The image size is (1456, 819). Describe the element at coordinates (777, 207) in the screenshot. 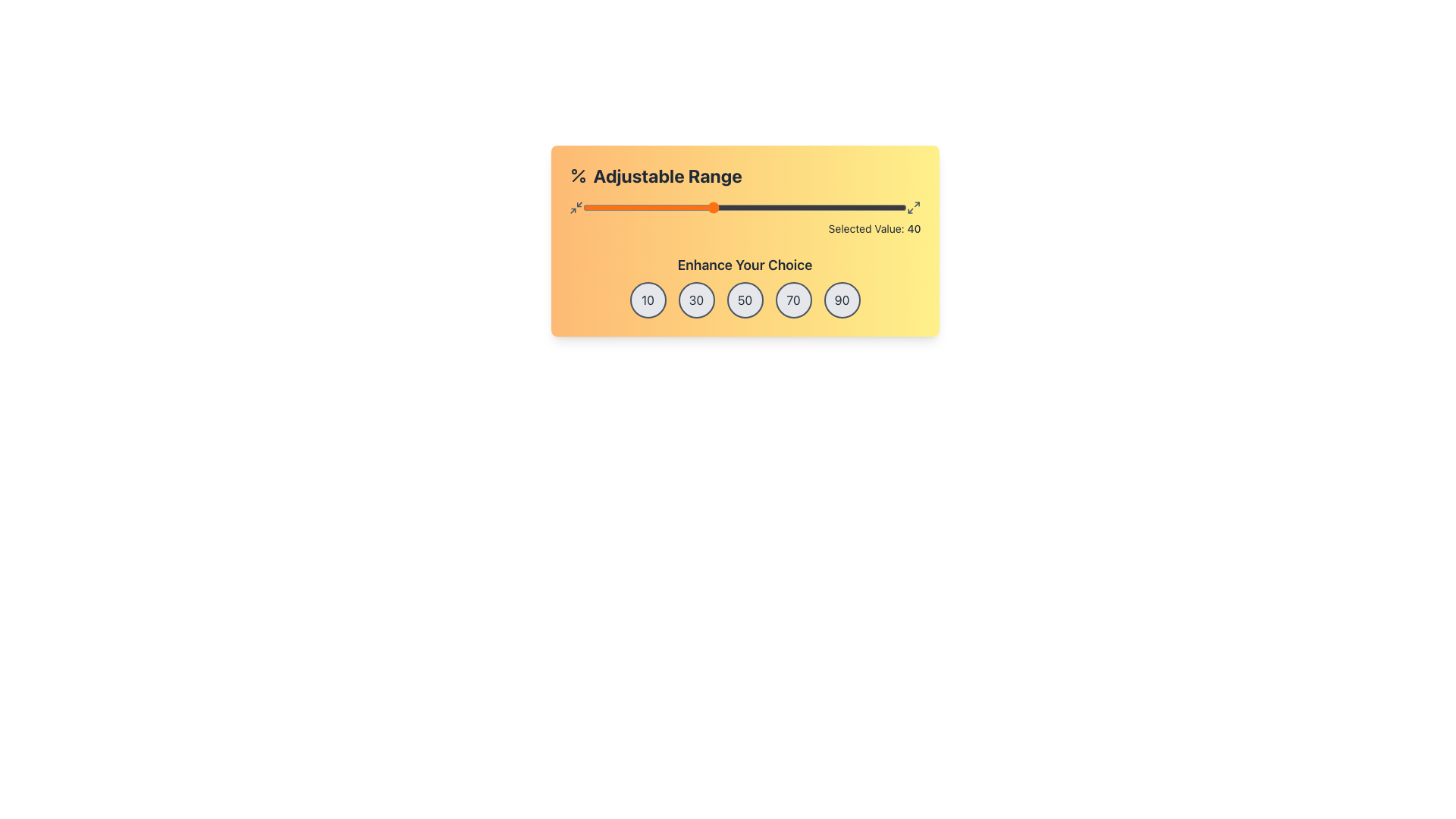

I see `the slider value` at that location.